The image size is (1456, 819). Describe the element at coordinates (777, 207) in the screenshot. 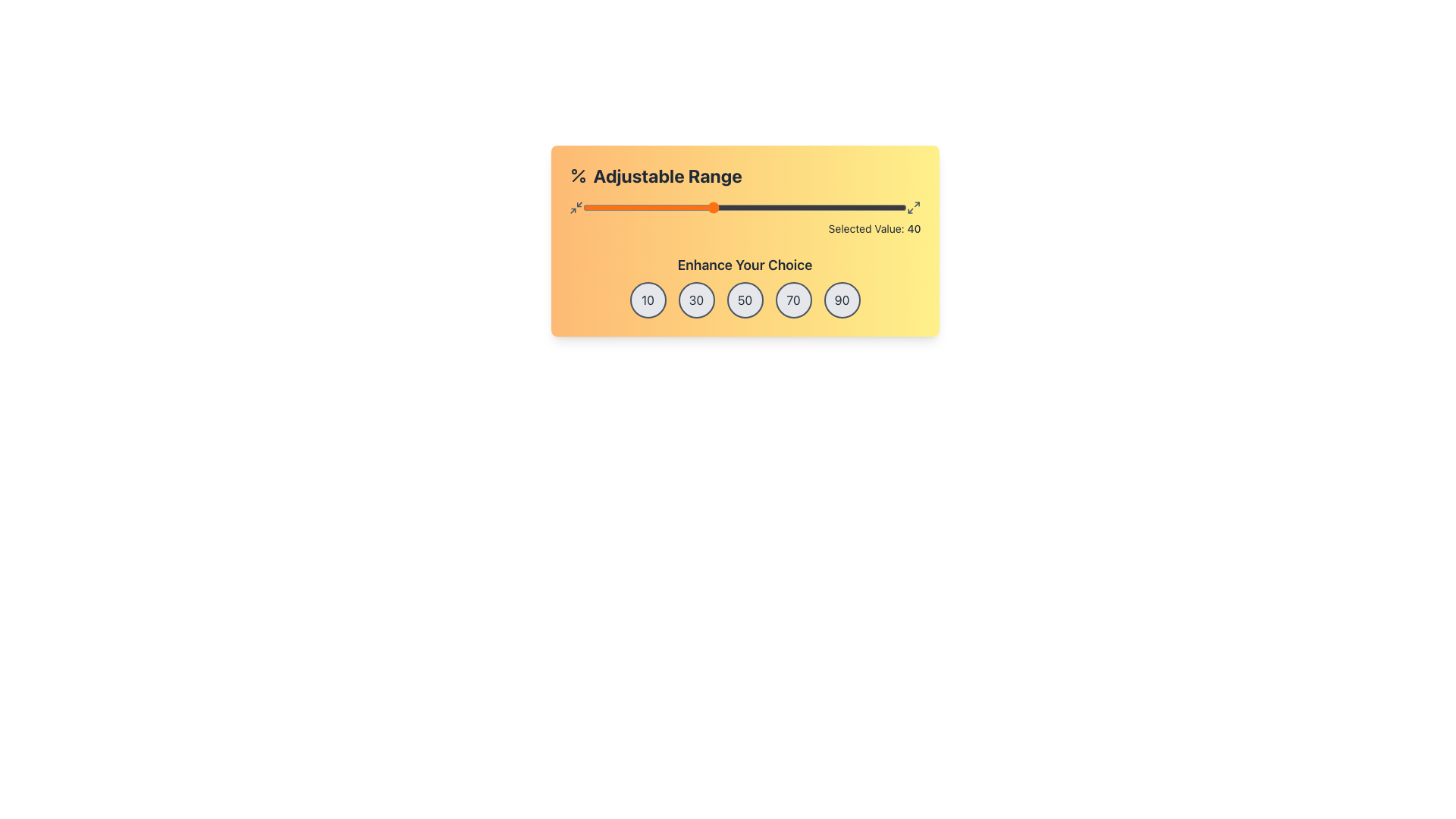

I see `the slider value` at that location.